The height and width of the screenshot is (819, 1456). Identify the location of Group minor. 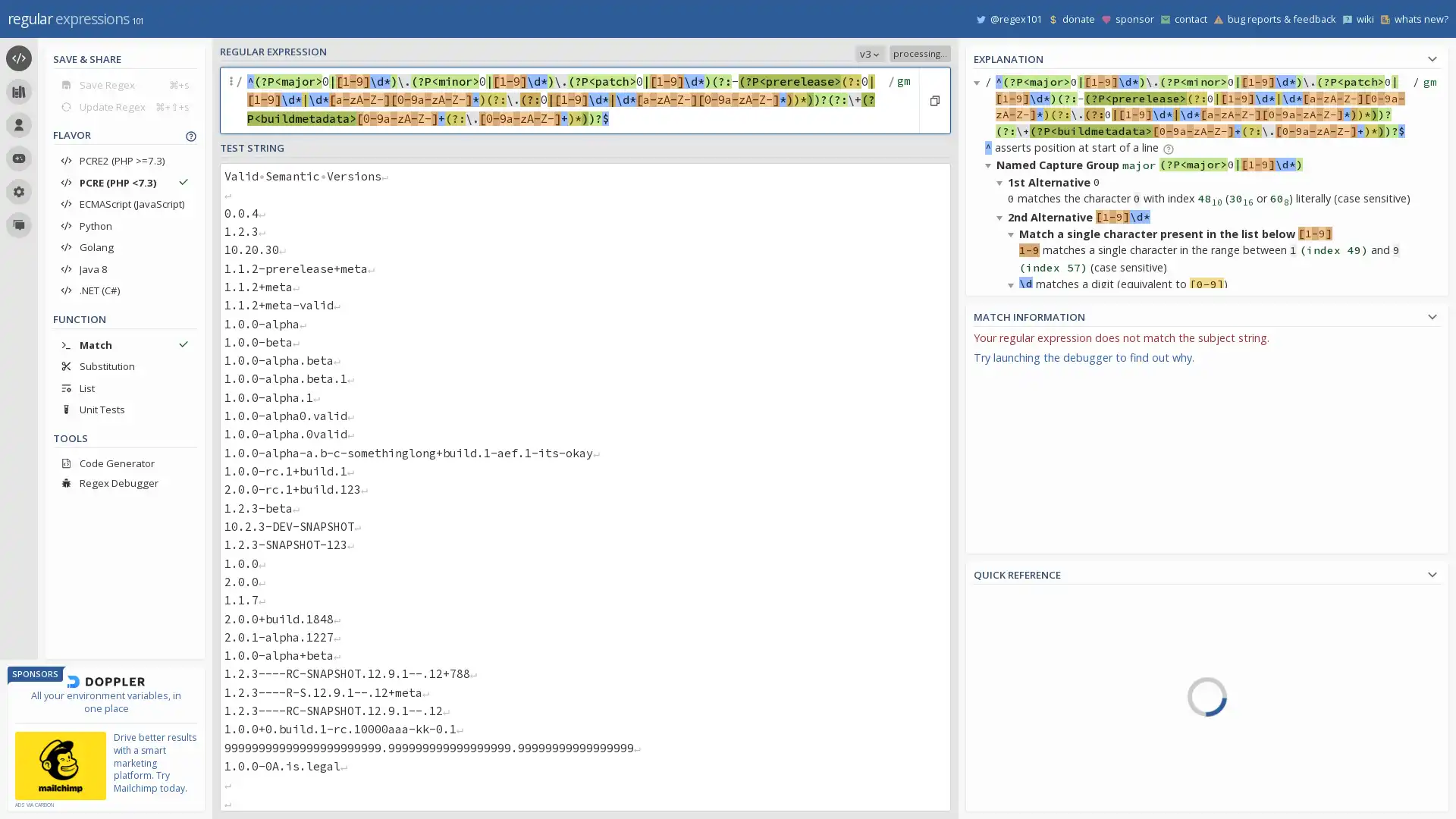
(1014, 528).